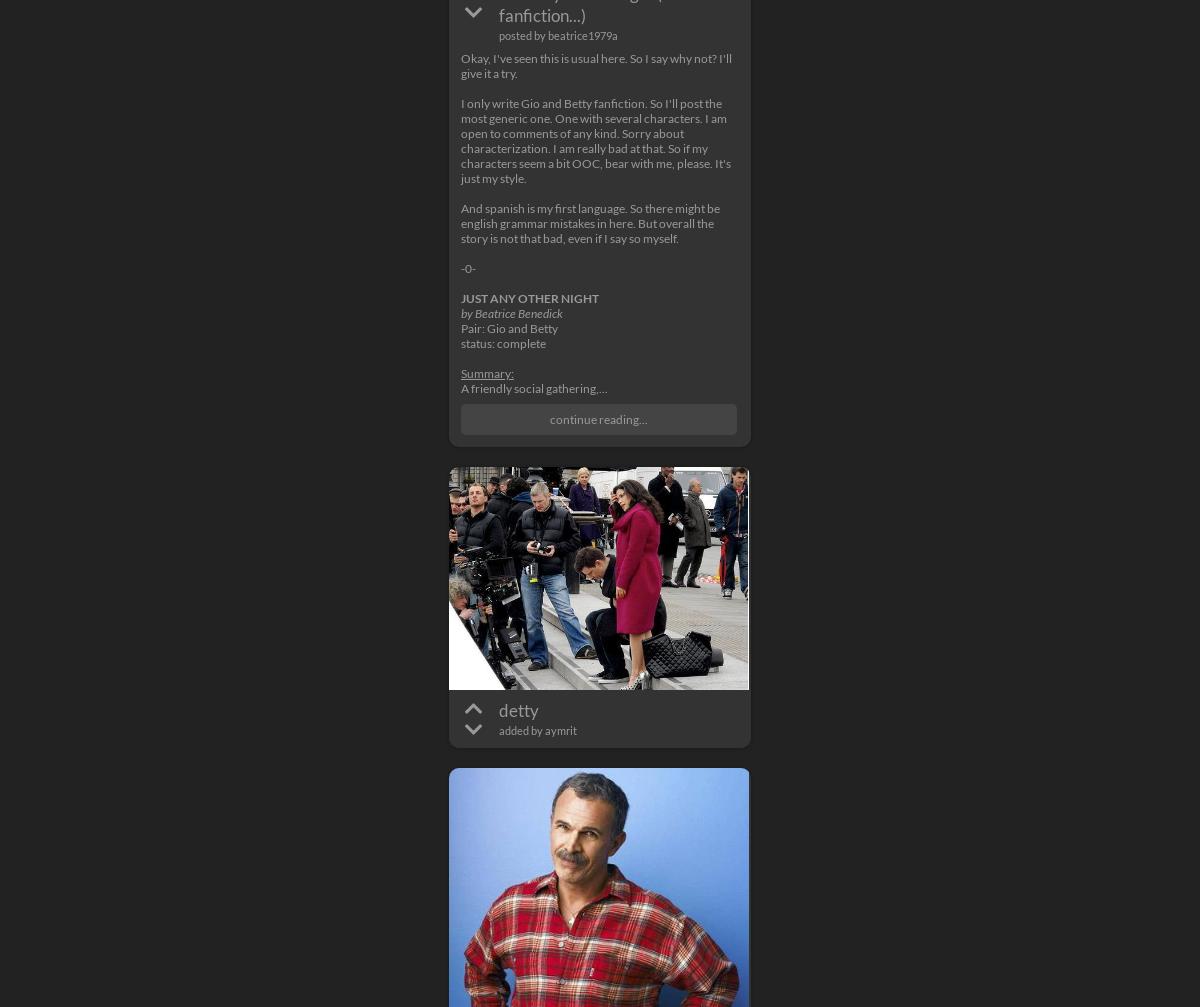  What do you see at coordinates (529, 298) in the screenshot?
I see `'JUST ANY OTHER NIGHT'` at bounding box center [529, 298].